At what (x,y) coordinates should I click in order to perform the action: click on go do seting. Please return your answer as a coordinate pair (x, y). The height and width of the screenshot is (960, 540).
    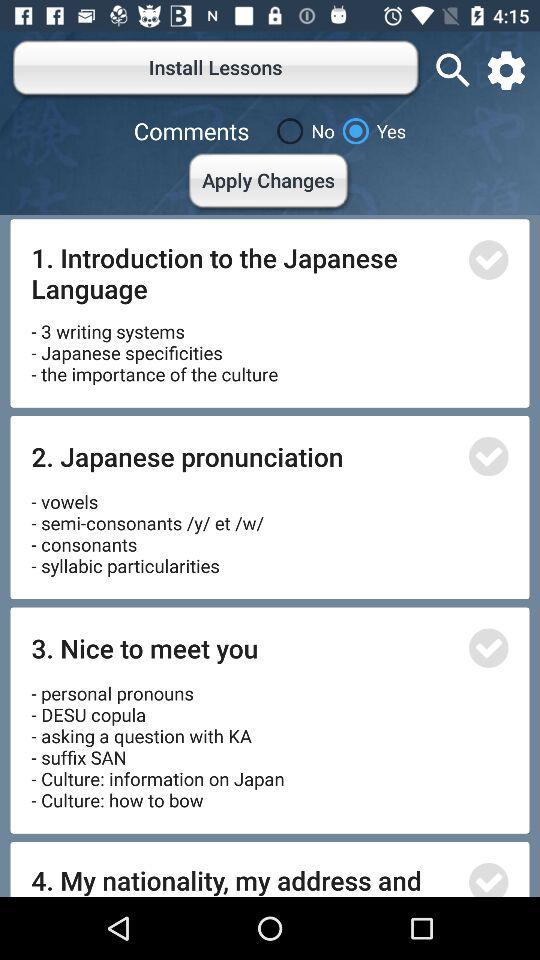
    Looking at the image, I should click on (505, 70).